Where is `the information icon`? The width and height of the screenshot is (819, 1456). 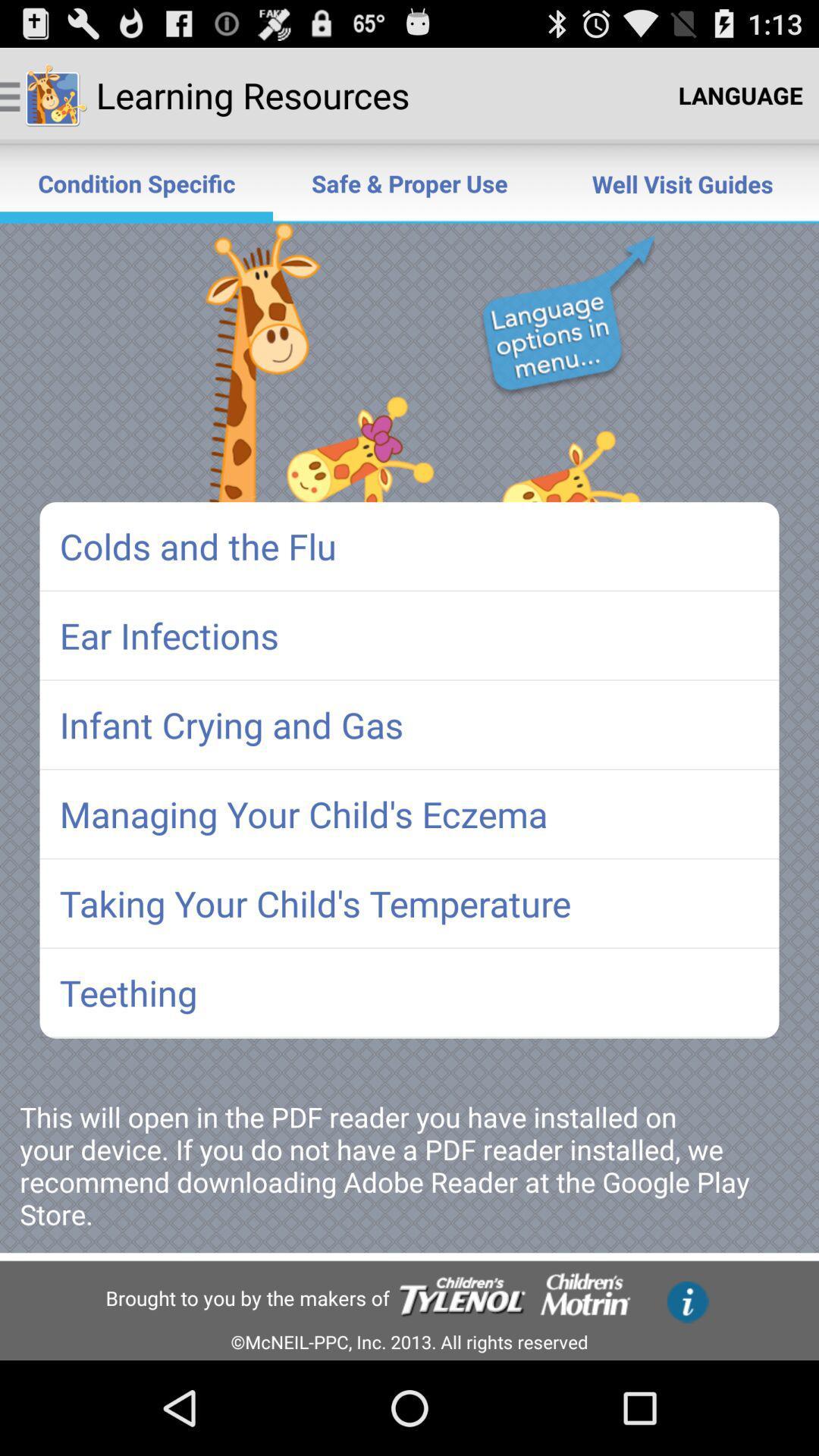
the information icon is located at coordinates (688, 1302).